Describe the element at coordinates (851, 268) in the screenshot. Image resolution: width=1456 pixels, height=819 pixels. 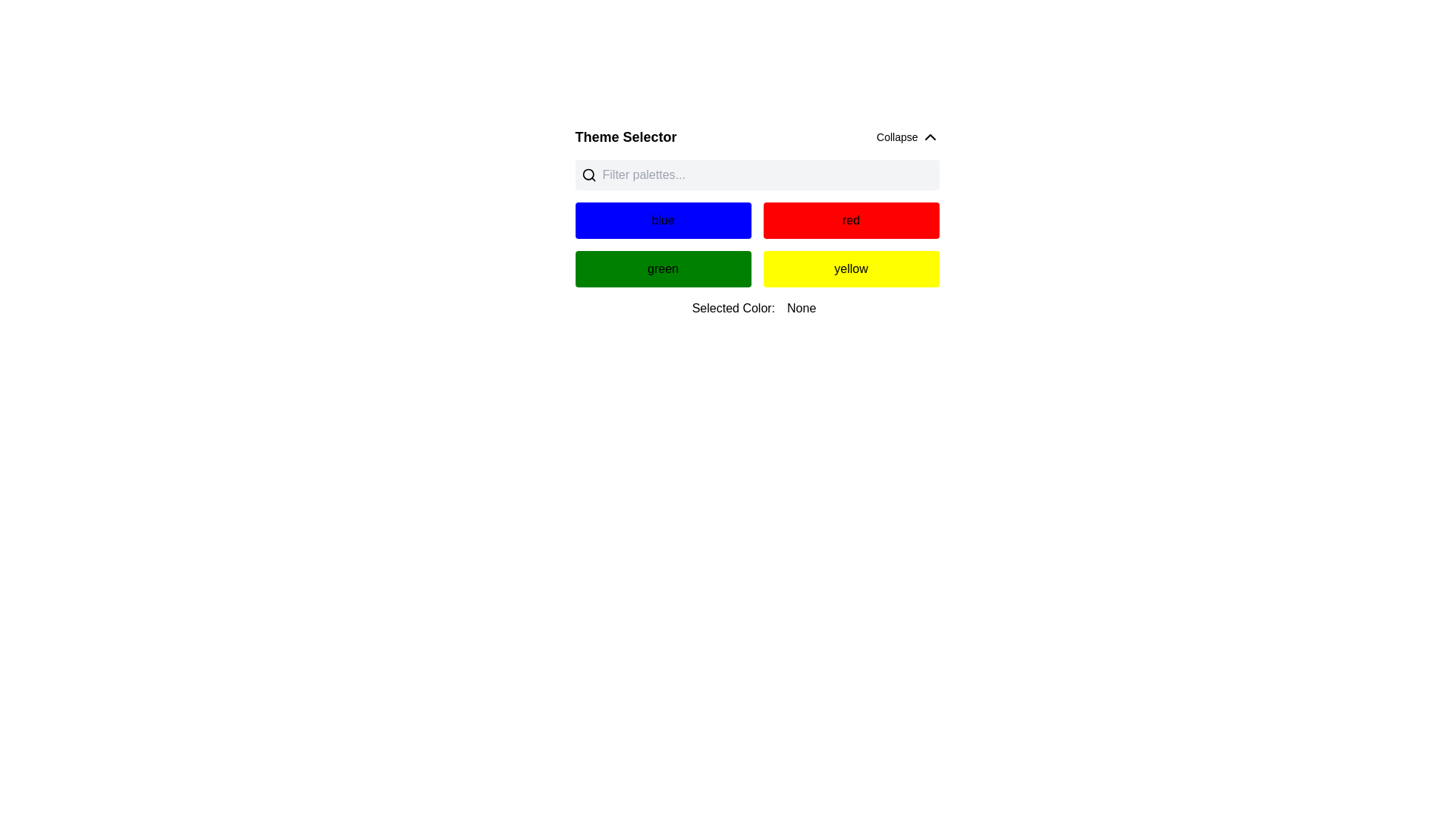
I see `the fourth button in the grid layout, located in the second row and second column` at that location.